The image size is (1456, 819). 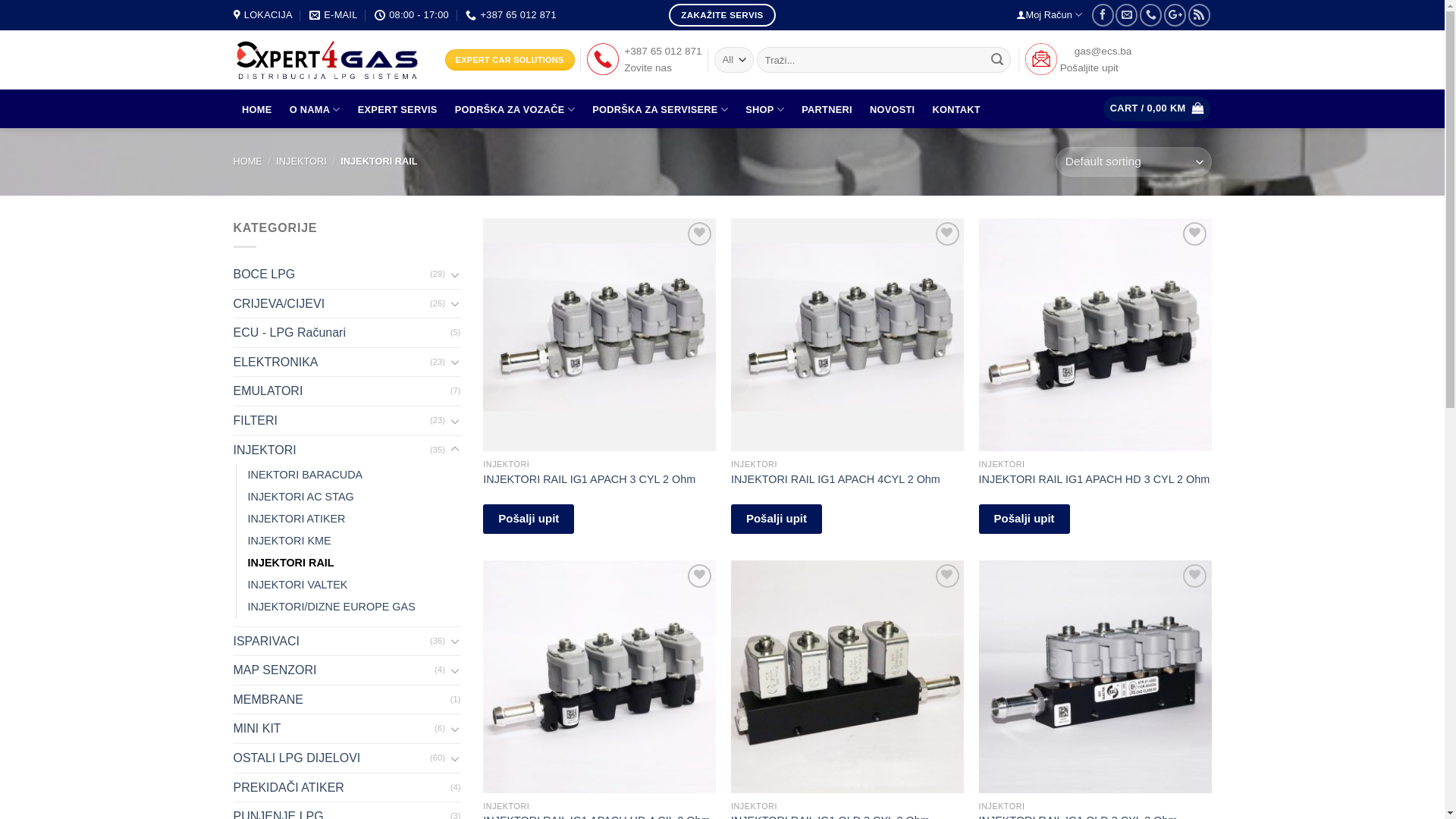 What do you see at coordinates (332, 14) in the screenshot?
I see `'E-MAIL'` at bounding box center [332, 14].